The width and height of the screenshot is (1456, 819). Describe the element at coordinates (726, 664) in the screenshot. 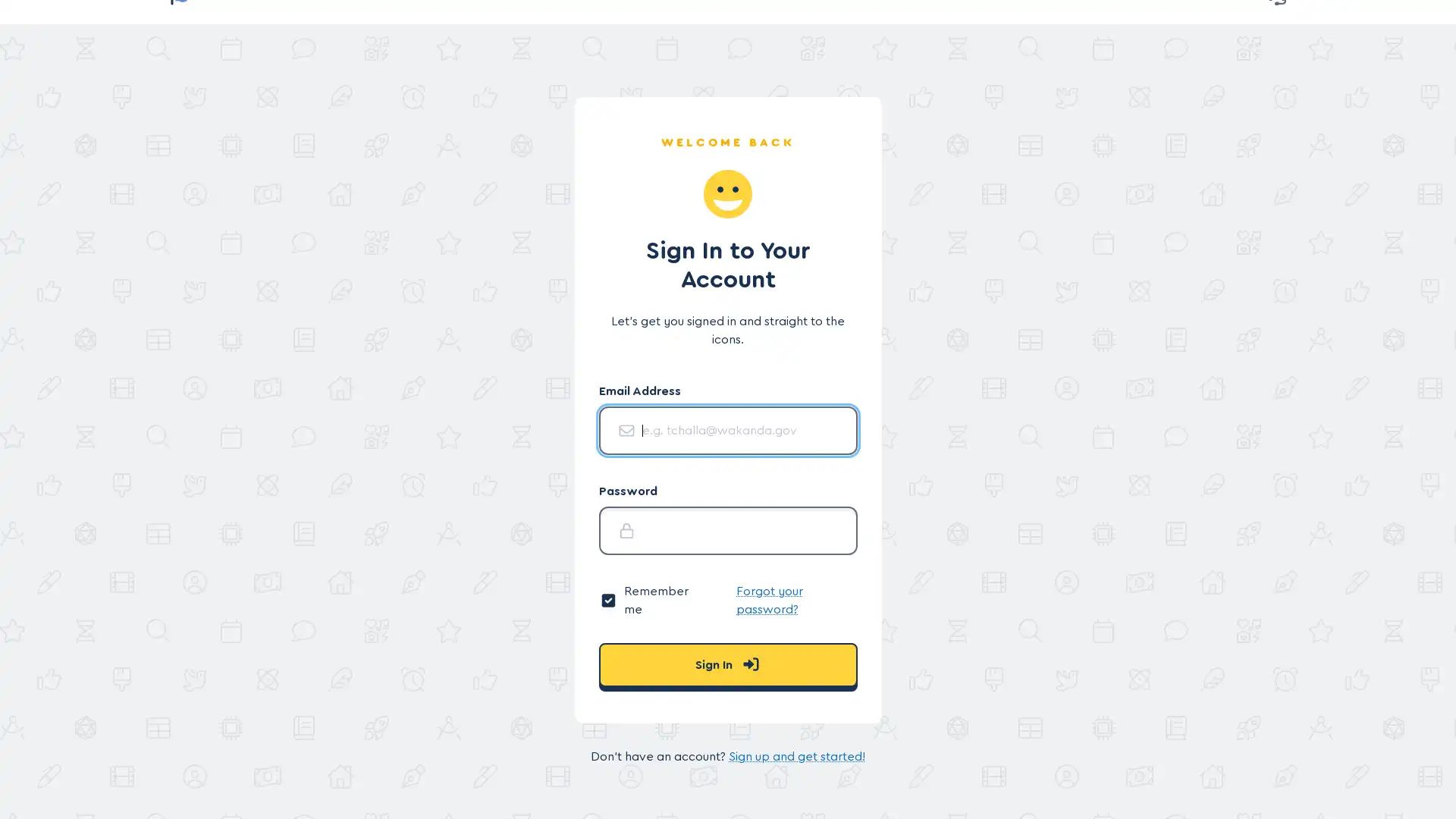

I see `Sign In` at that location.